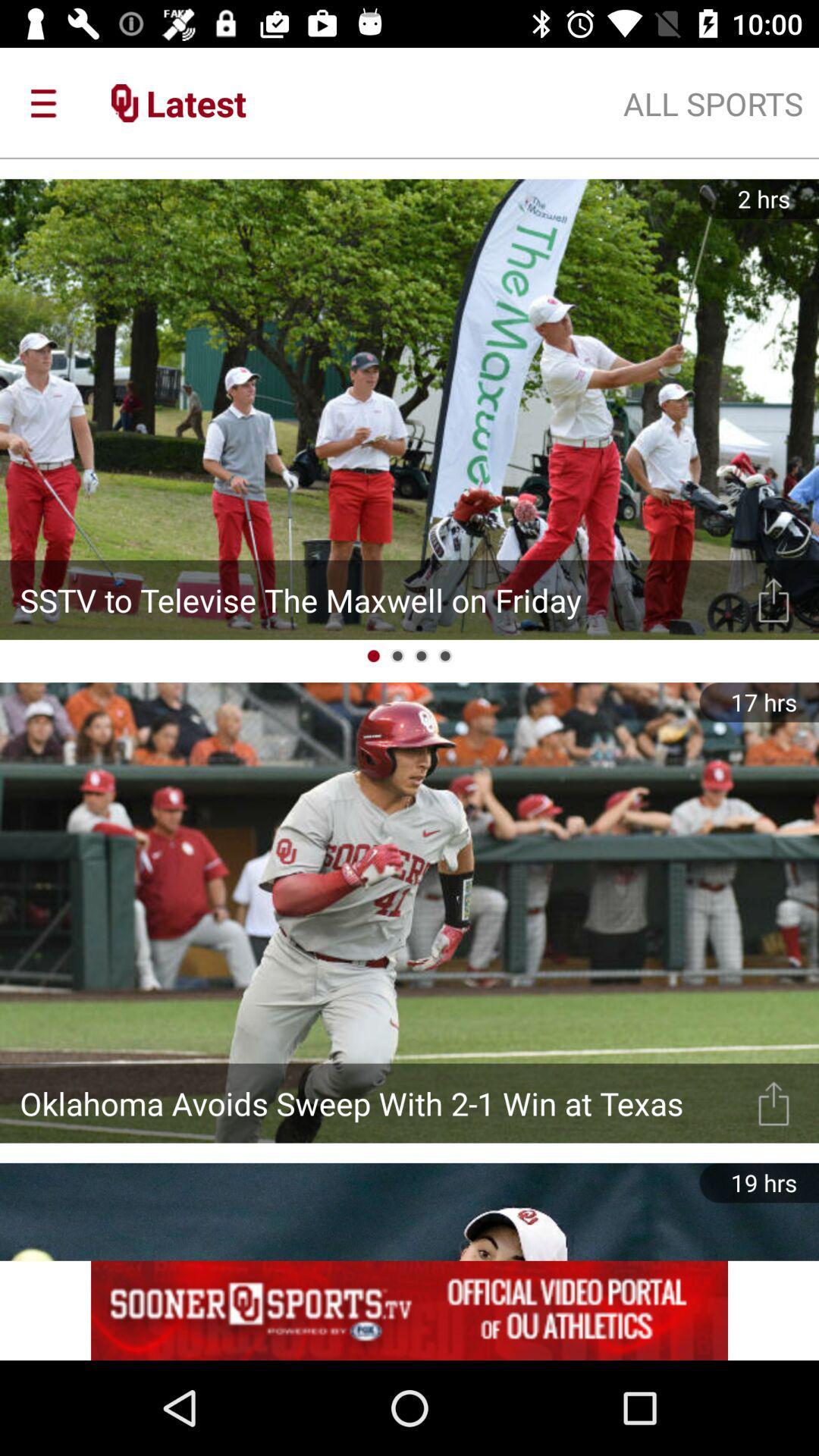 The image size is (819, 1456). I want to click on show options, so click(773, 599).